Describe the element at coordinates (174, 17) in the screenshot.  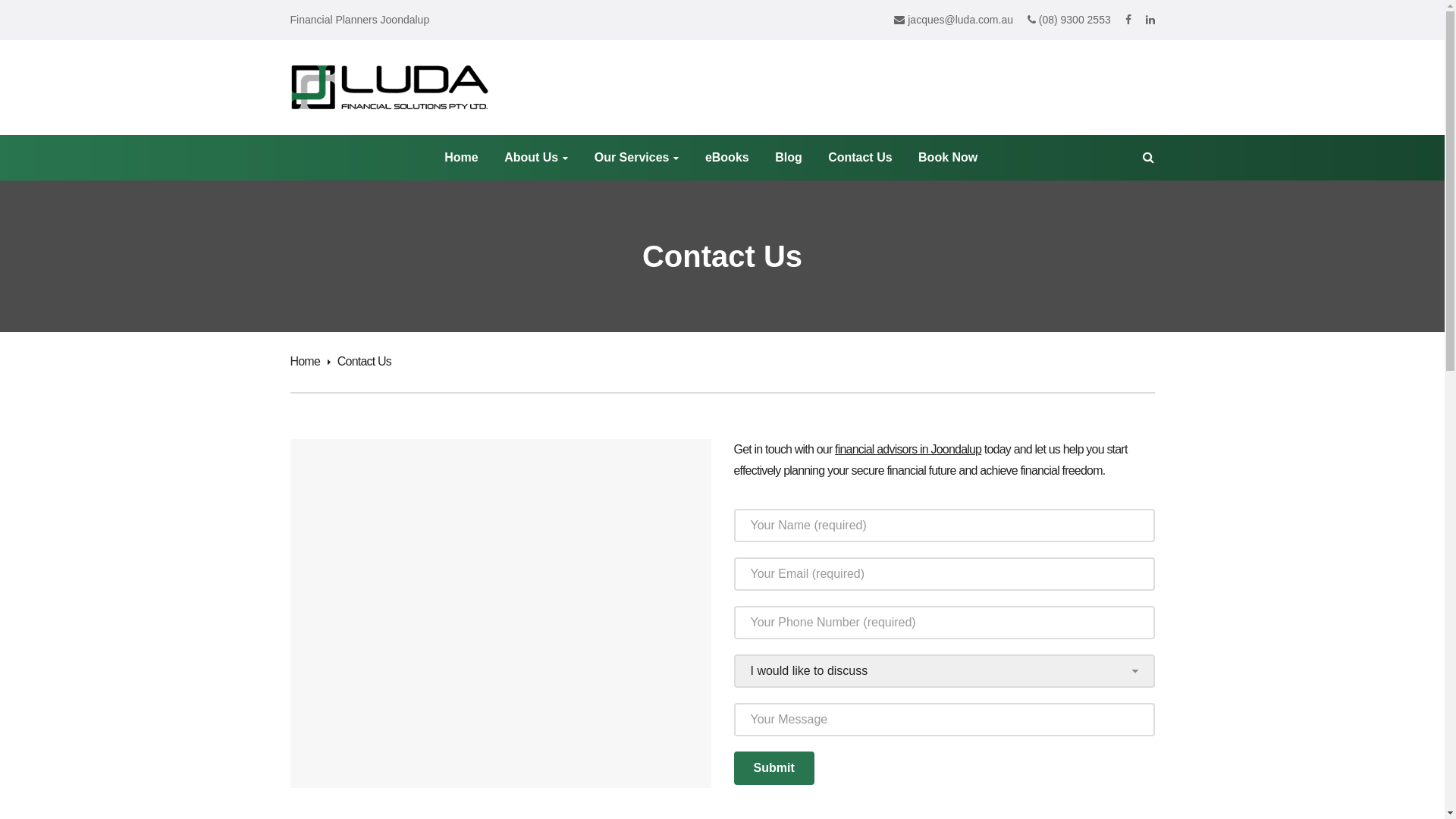
I see `'Search'` at that location.